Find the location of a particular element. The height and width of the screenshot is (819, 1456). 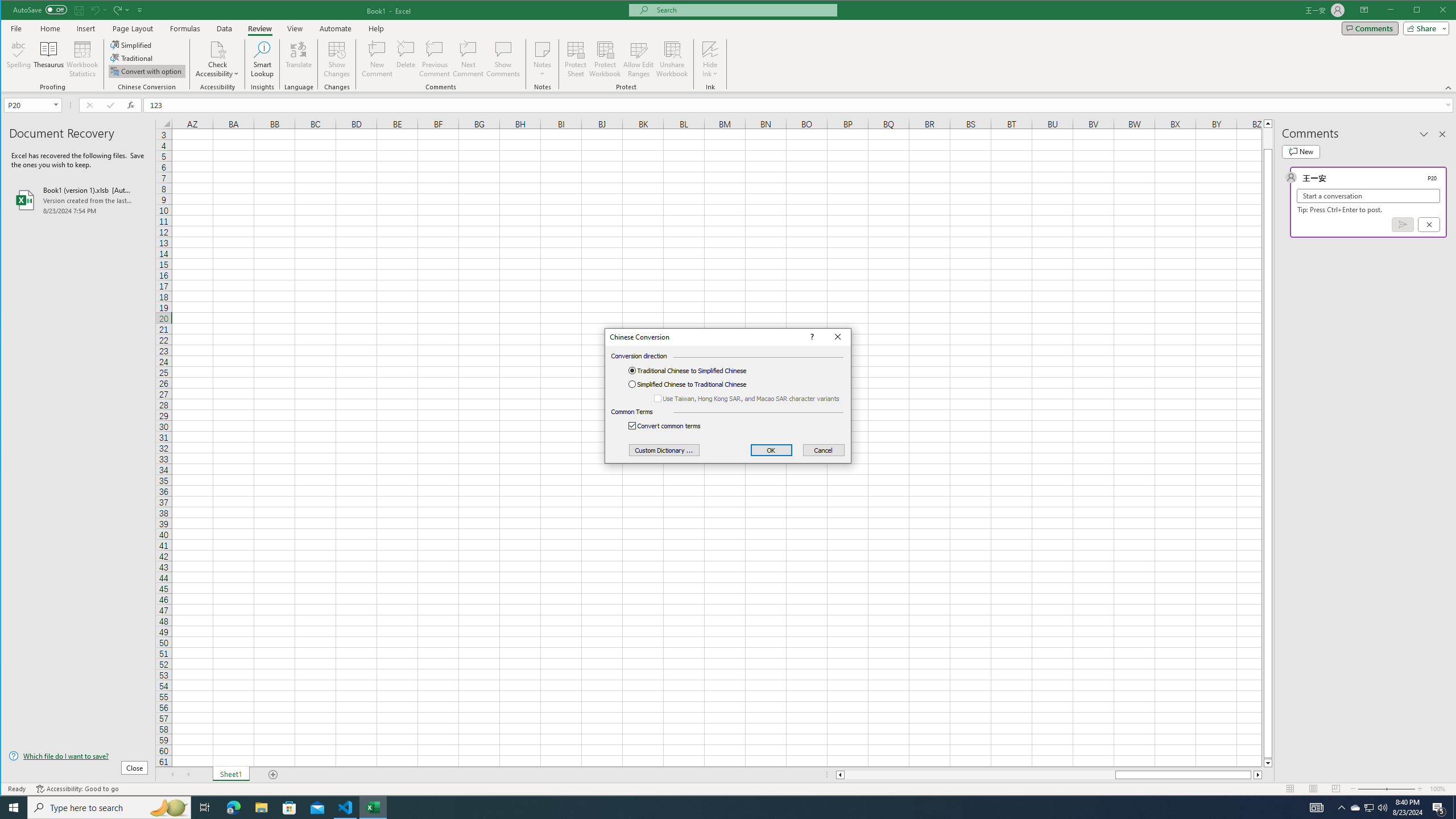

'Simplified Chinese to Traditional Chinese' is located at coordinates (696, 384).